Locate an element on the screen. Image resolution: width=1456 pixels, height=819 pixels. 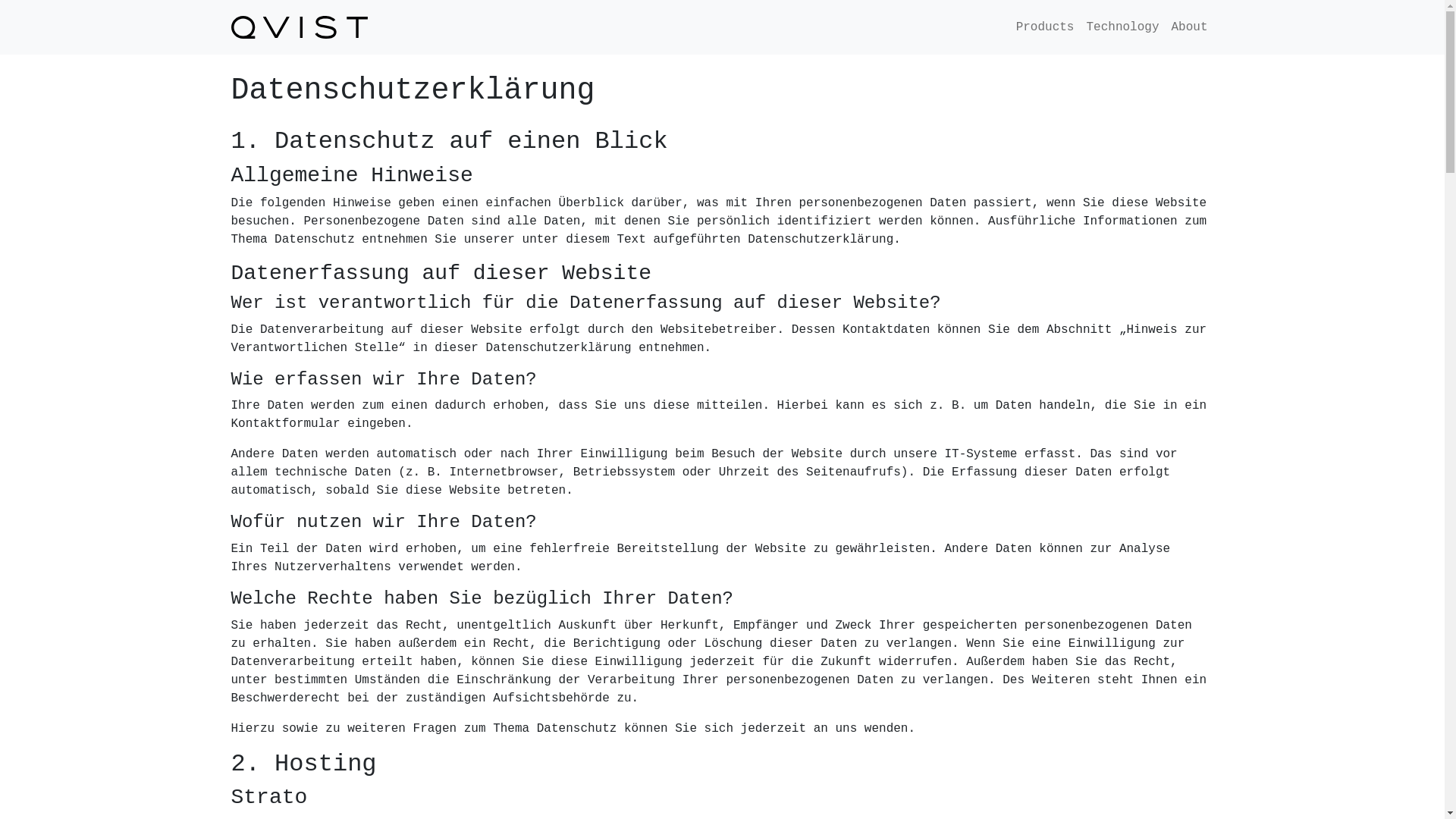
'Technology' is located at coordinates (1122, 27).